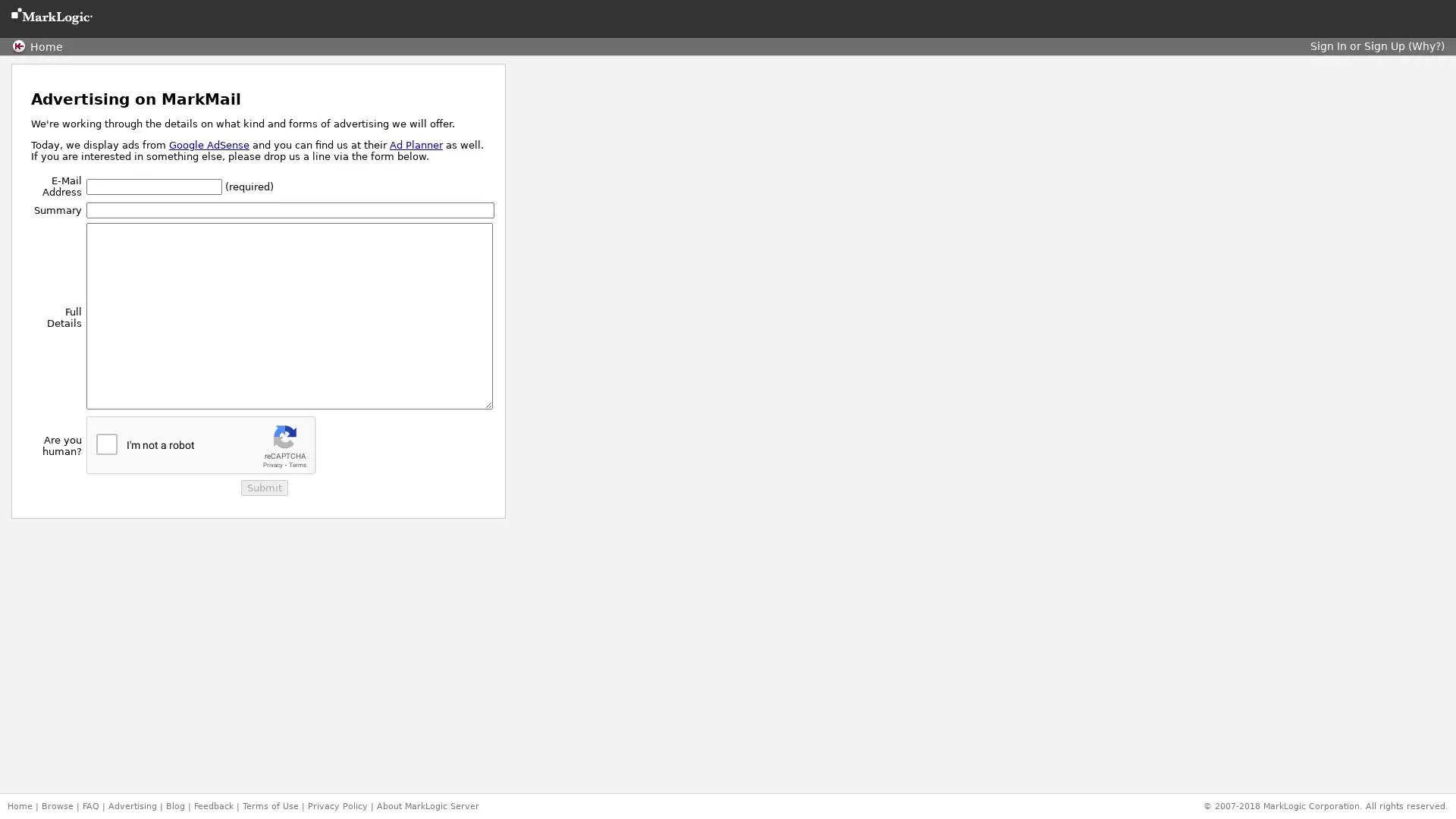 The image size is (1456, 819). Describe the element at coordinates (263, 488) in the screenshot. I see `Submit` at that location.